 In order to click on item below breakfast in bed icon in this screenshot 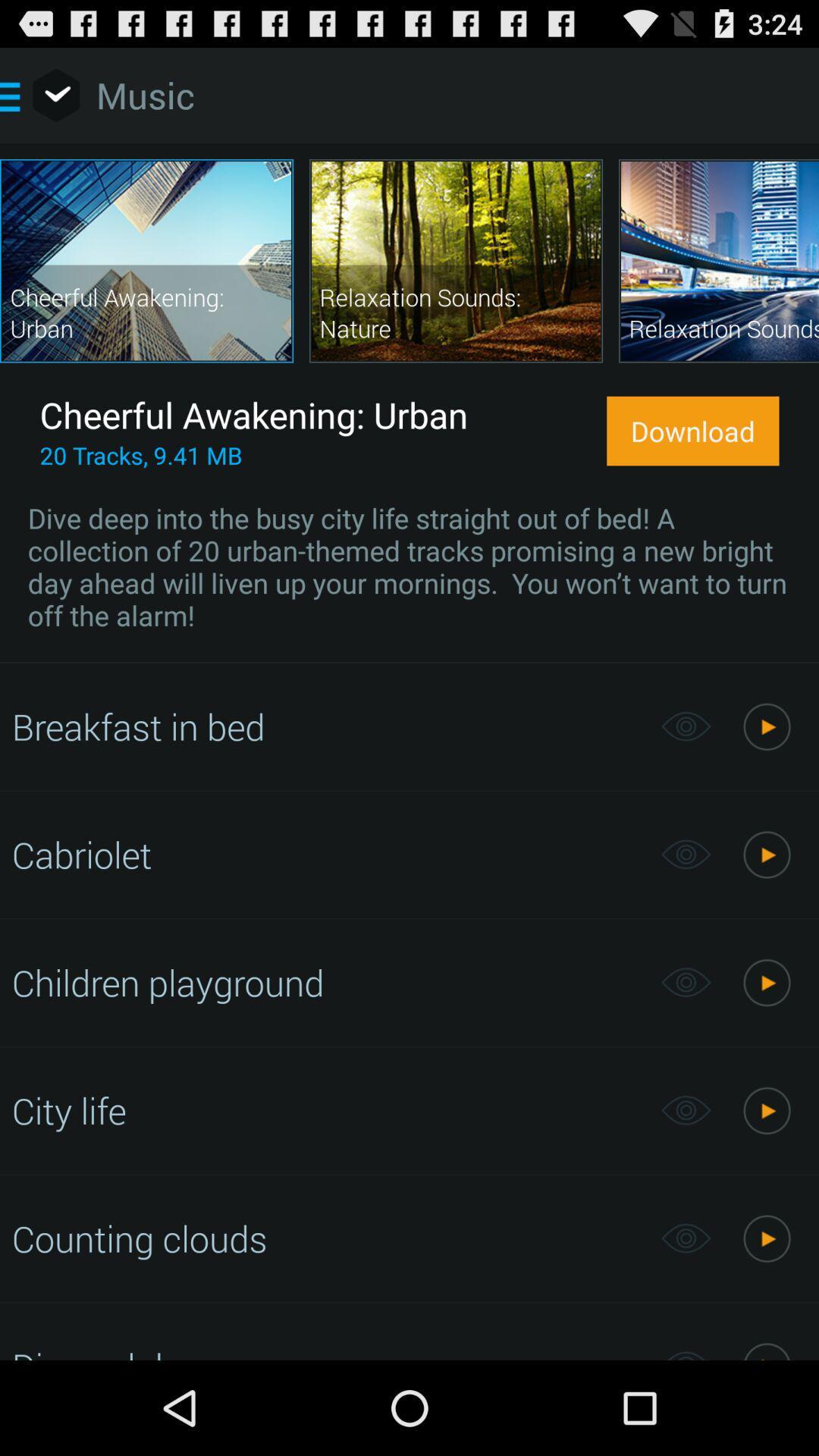, I will do `click(328, 854)`.